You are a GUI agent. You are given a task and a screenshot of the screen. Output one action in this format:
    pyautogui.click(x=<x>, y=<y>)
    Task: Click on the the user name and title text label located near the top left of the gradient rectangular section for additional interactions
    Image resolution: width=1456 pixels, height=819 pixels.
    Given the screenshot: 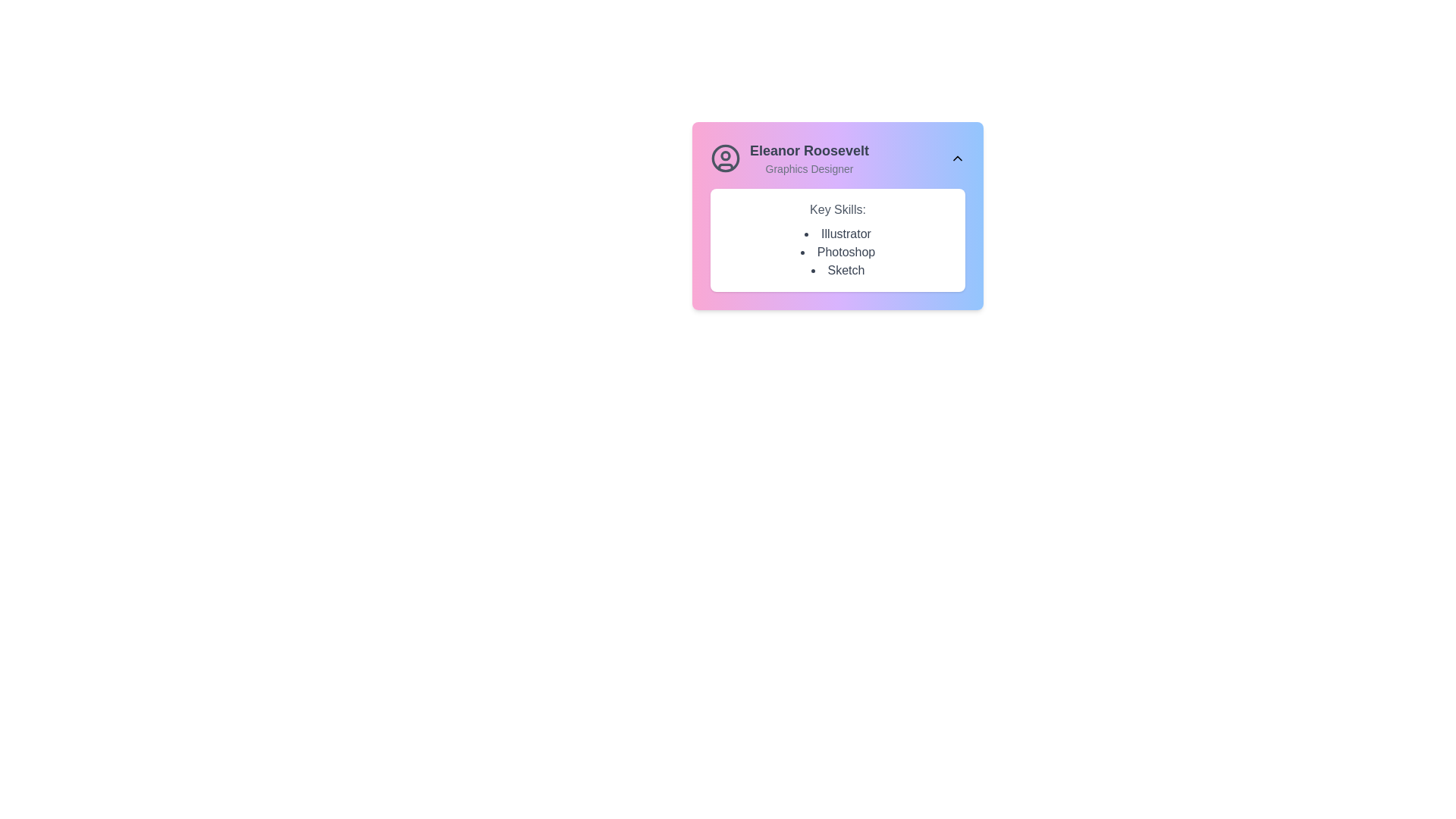 What is the action you would take?
    pyautogui.click(x=808, y=158)
    